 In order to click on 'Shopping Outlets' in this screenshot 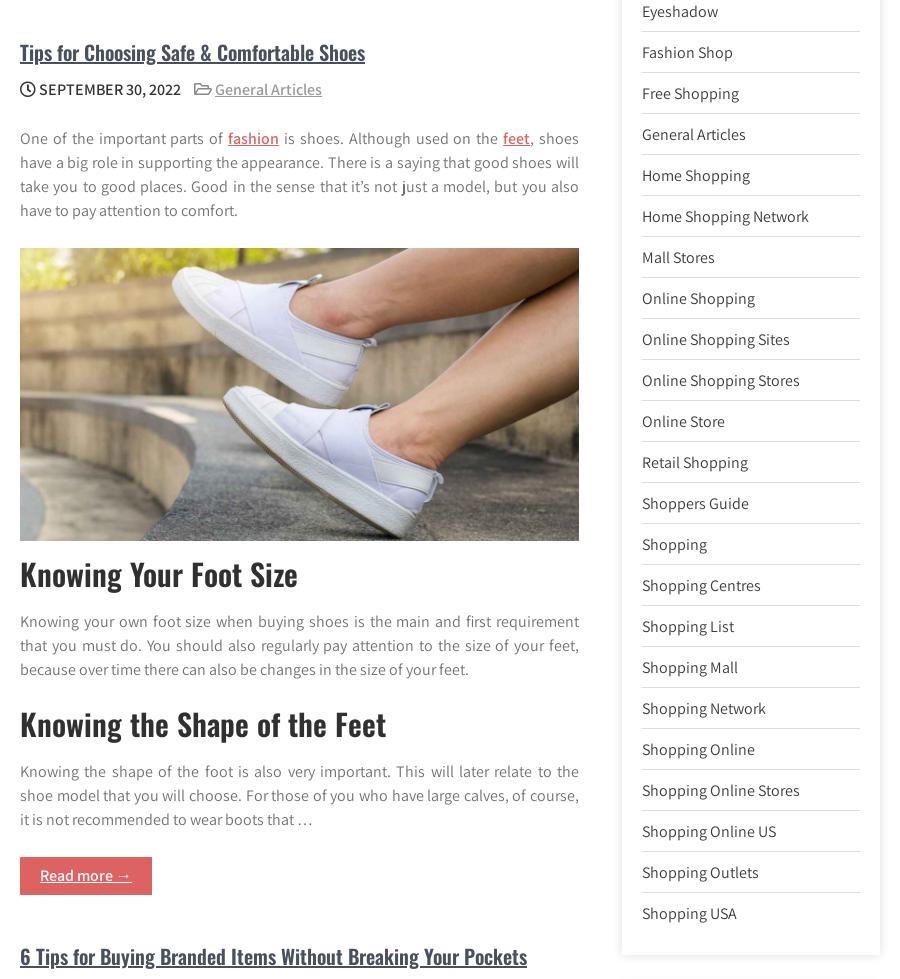, I will do `click(699, 870)`.